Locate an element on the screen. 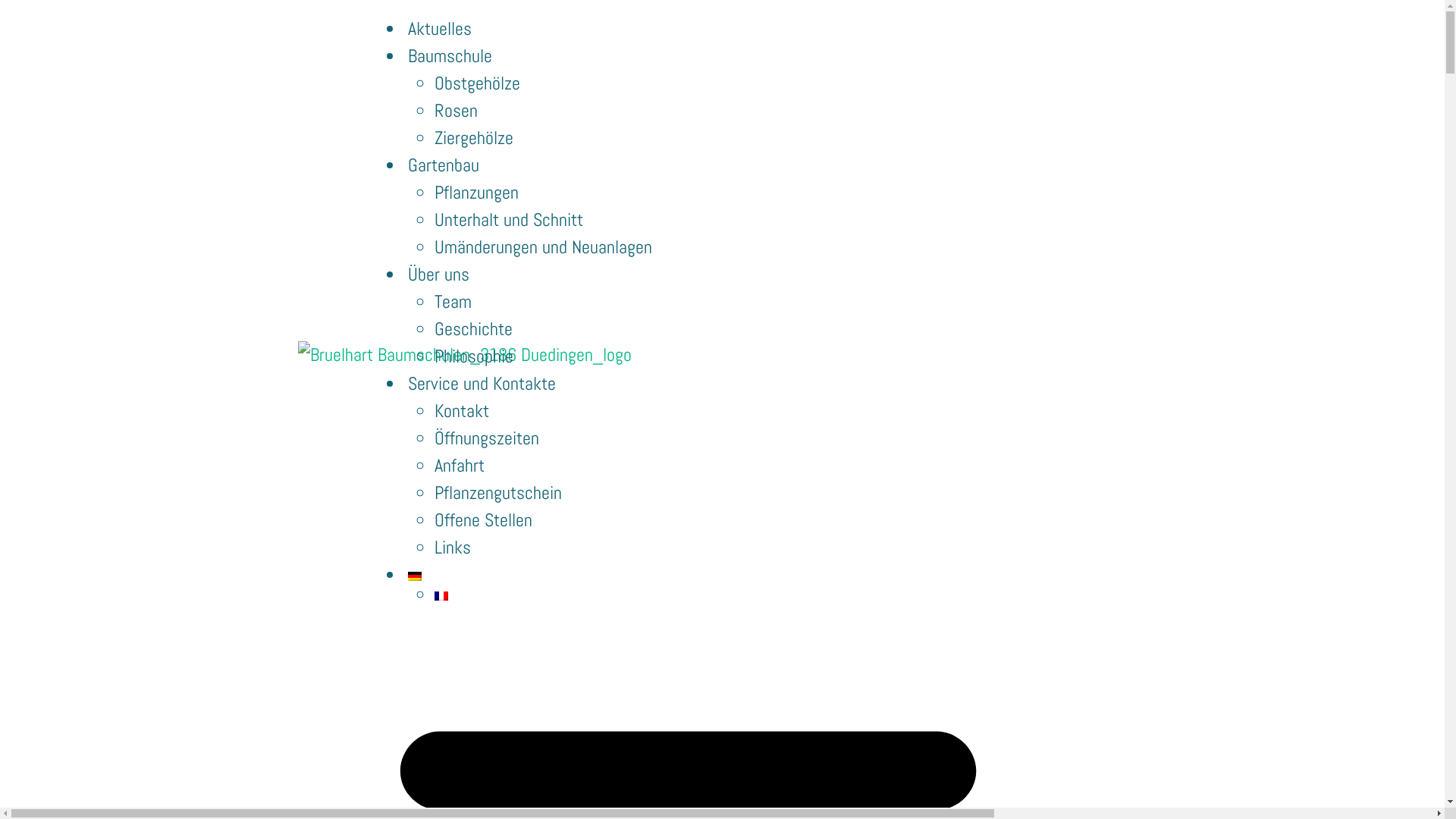  'Rosen' is located at coordinates (455, 109).